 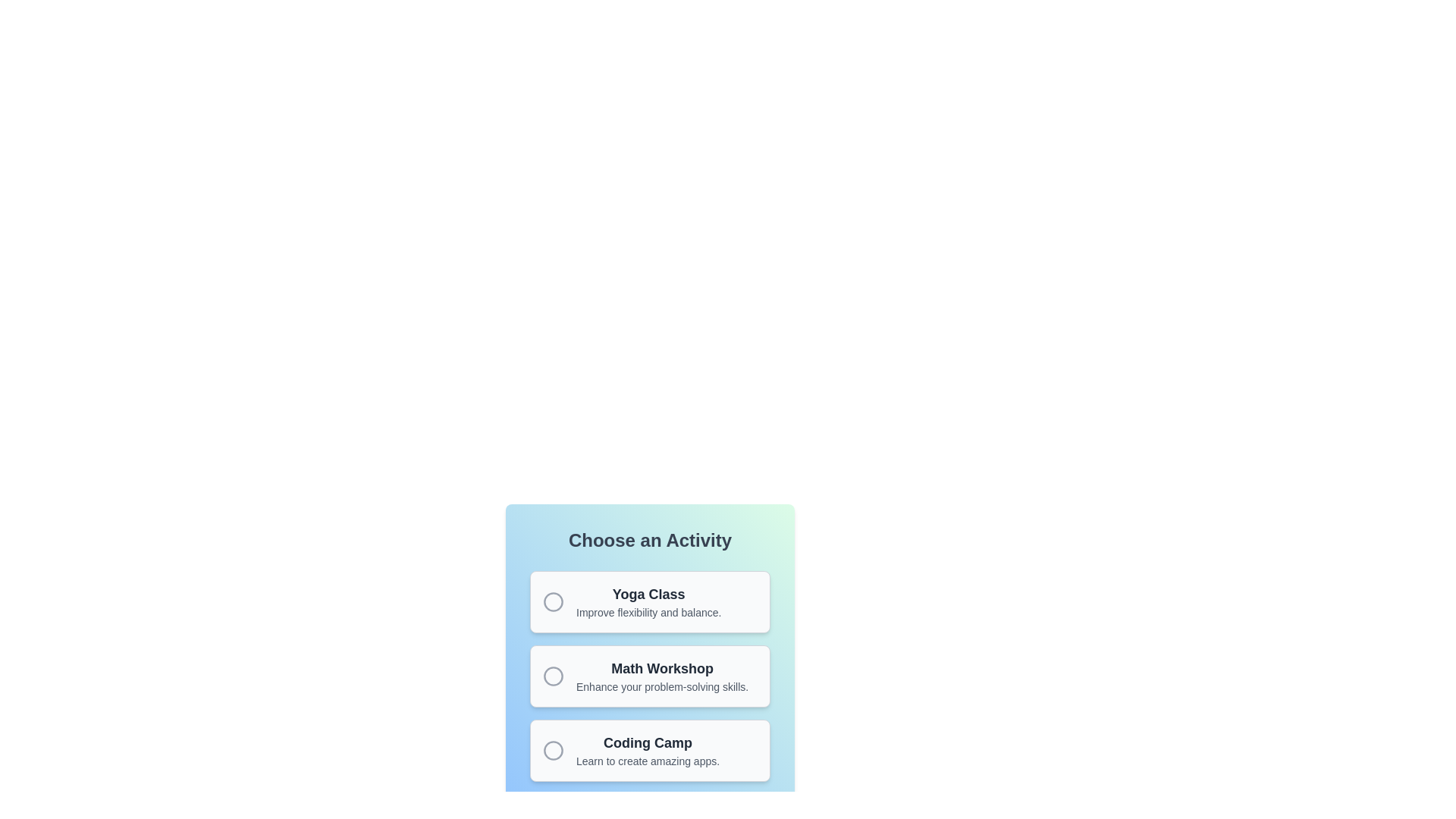 I want to click on the circular radio button indicator located to the left of the 'Yoga Class' text, so click(x=552, y=601).